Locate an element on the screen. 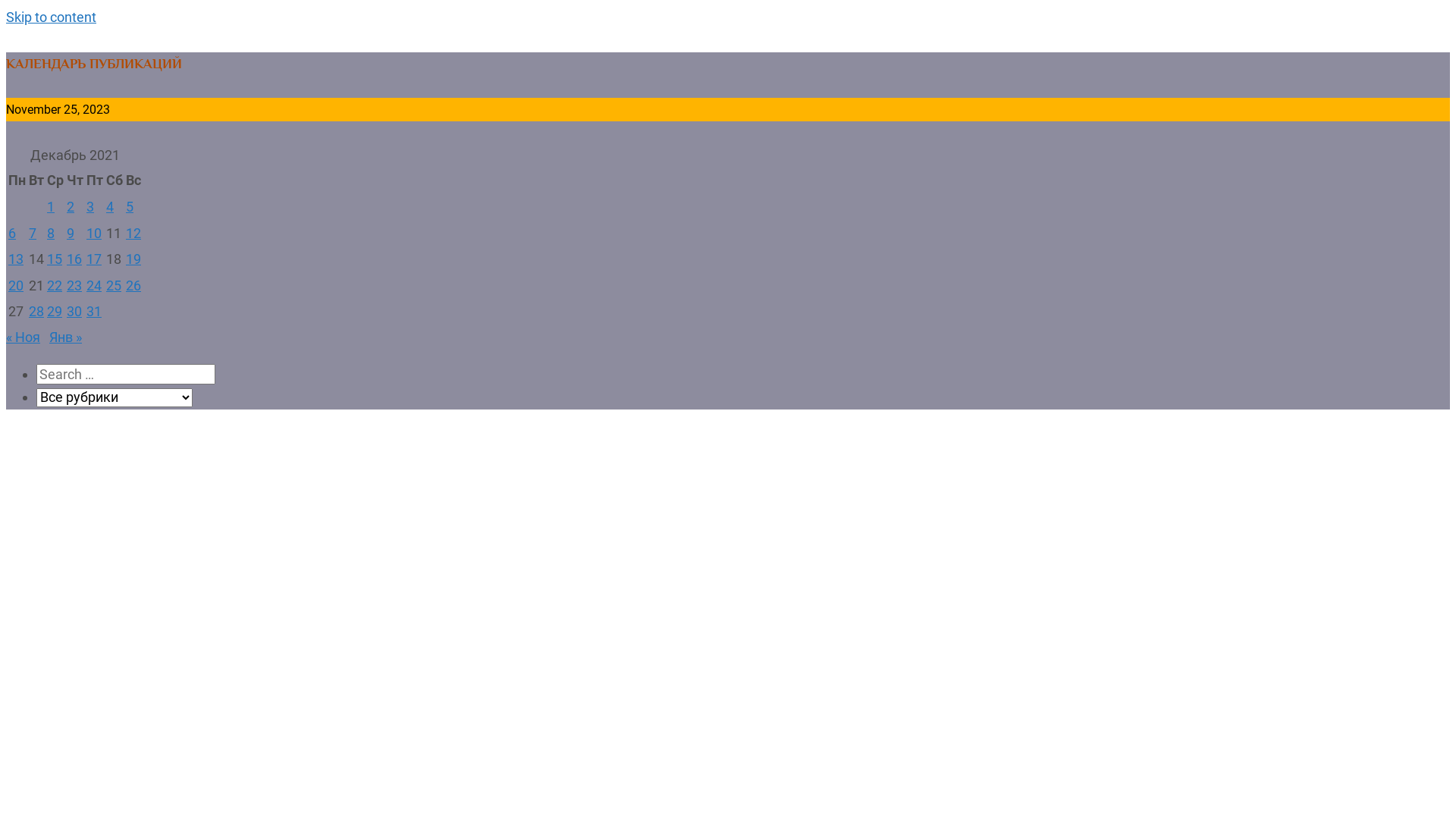 This screenshot has width=1456, height=819. '2' is located at coordinates (69, 206).